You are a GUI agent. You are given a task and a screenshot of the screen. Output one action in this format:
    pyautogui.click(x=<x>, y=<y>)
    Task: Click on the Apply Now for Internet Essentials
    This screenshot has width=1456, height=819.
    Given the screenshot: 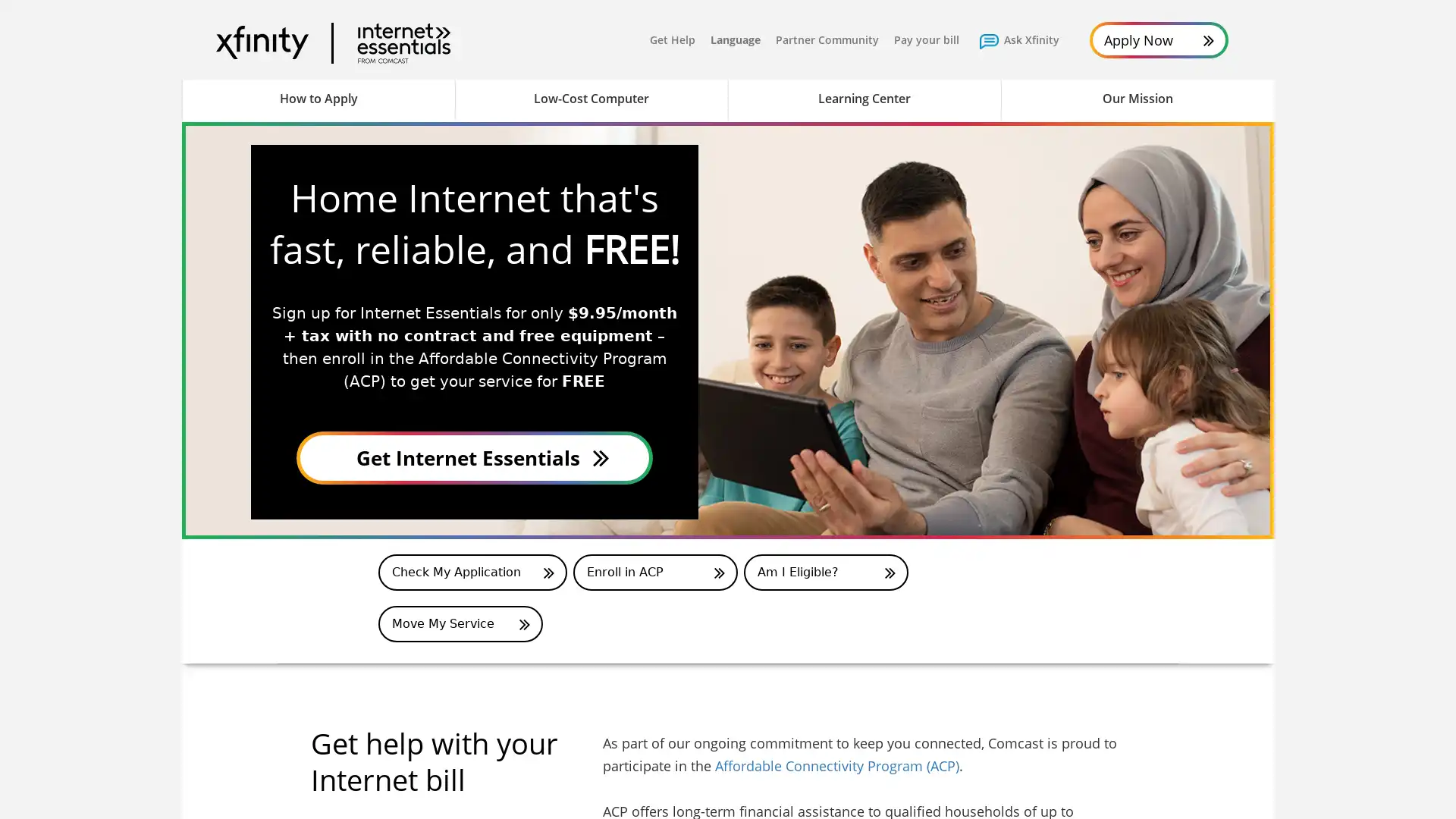 What is the action you would take?
    pyautogui.click(x=472, y=457)
    